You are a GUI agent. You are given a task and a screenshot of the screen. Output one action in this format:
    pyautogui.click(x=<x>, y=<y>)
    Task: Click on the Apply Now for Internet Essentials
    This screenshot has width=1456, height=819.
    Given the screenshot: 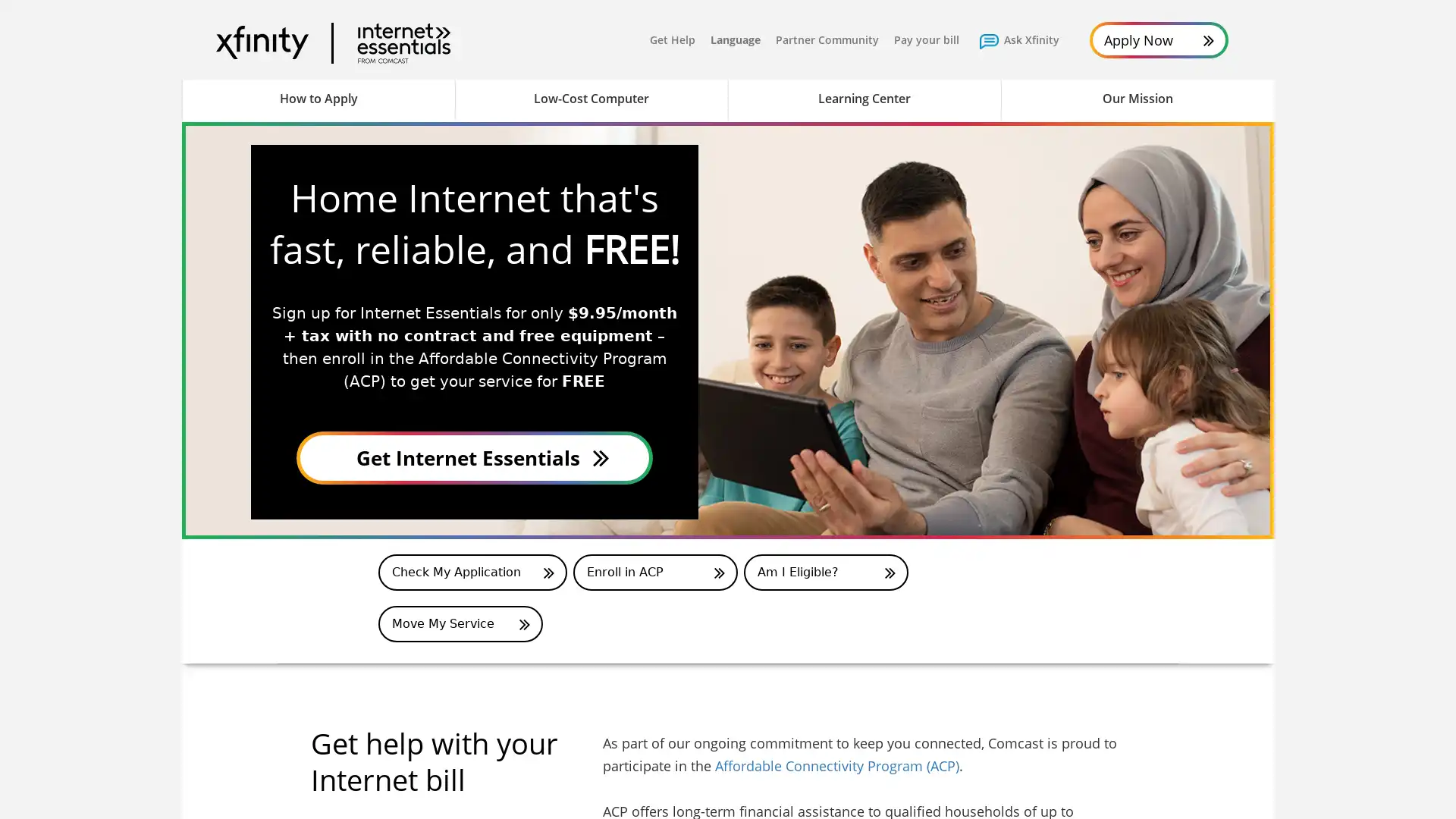 What is the action you would take?
    pyautogui.click(x=472, y=457)
    